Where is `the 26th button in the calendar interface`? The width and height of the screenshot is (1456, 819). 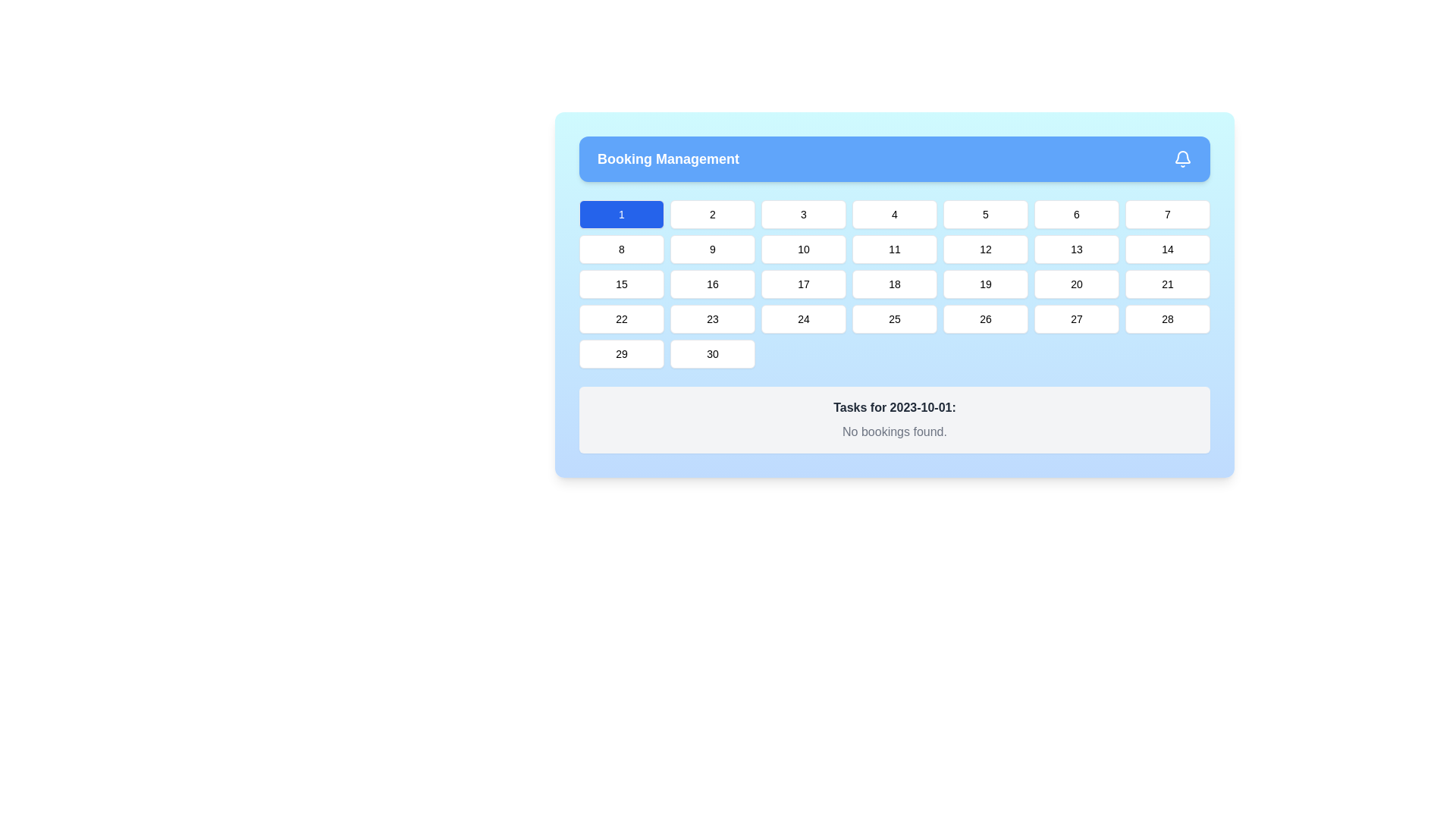 the 26th button in the calendar interface is located at coordinates (986, 318).